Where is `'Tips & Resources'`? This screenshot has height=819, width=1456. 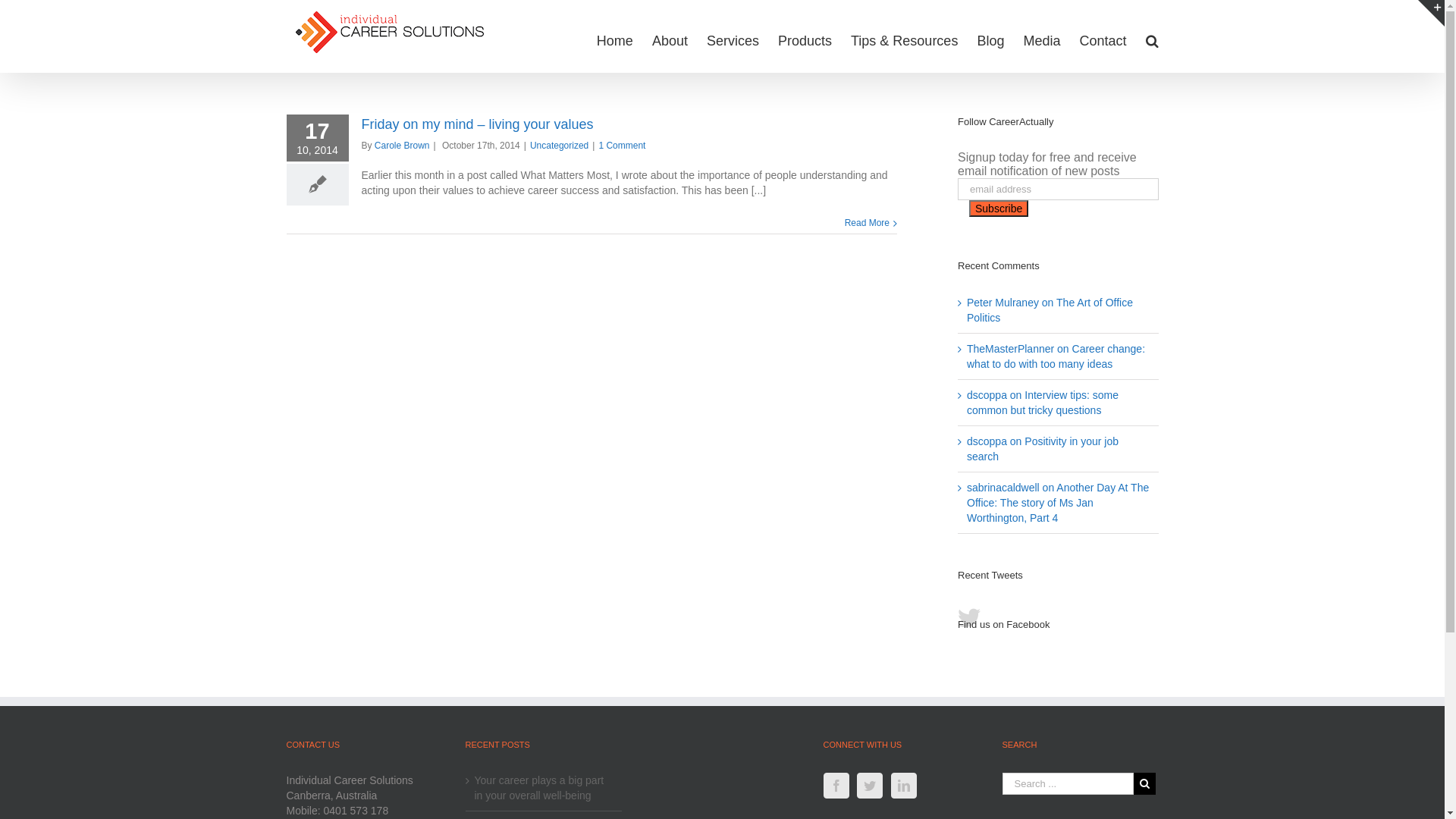
'Tips & Resources' is located at coordinates (904, 39).